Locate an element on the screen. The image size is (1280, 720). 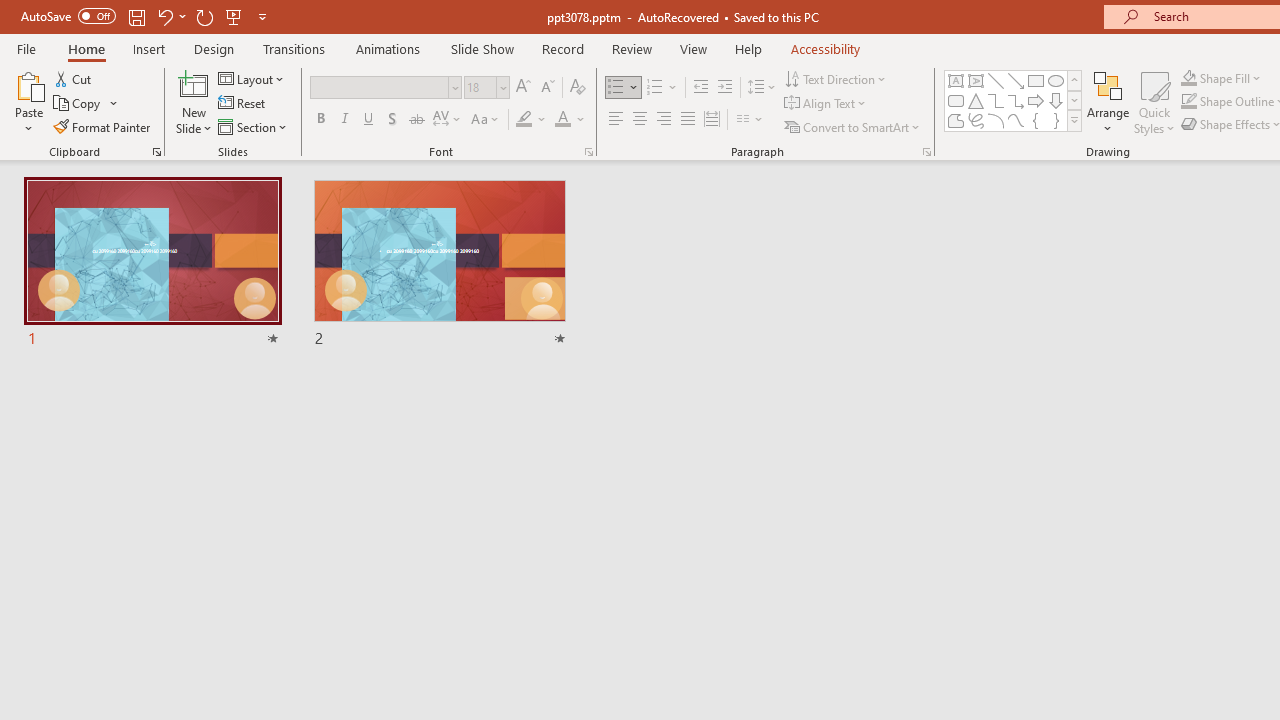
'Center' is located at coordinates (640, 119).